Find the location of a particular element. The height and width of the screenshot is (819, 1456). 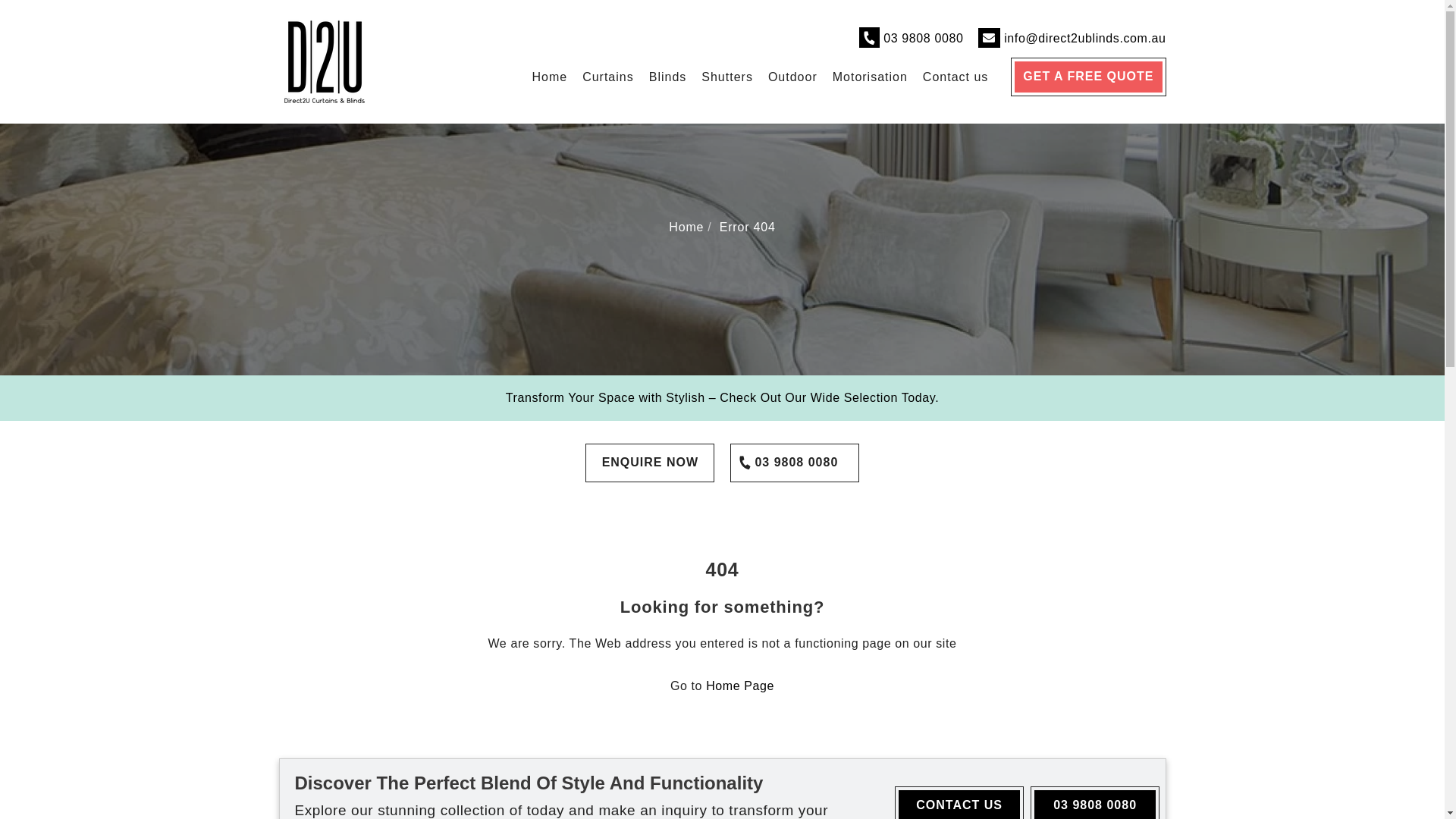

'ENQUIRE NOW' is located at coordinates (650, 462).